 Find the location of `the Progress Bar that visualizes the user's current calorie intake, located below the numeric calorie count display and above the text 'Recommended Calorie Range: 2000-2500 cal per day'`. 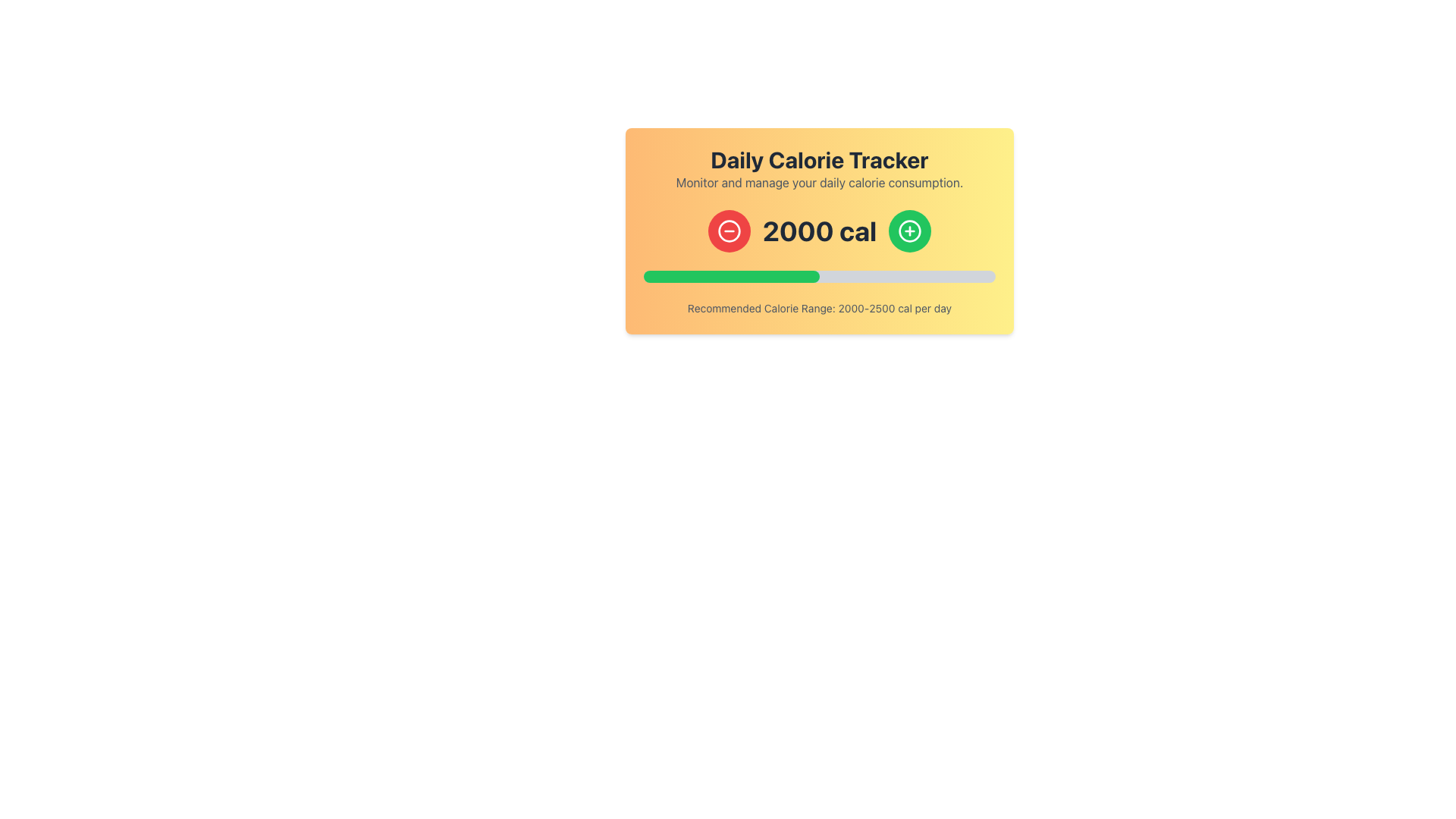

the Progress Bar that visualizes the user's current calorie intake, located below the numeric calorie count display and above the text 'Recommended Calorie Range: 2000-2500 cal per day' is located at coordinates (818, 277).